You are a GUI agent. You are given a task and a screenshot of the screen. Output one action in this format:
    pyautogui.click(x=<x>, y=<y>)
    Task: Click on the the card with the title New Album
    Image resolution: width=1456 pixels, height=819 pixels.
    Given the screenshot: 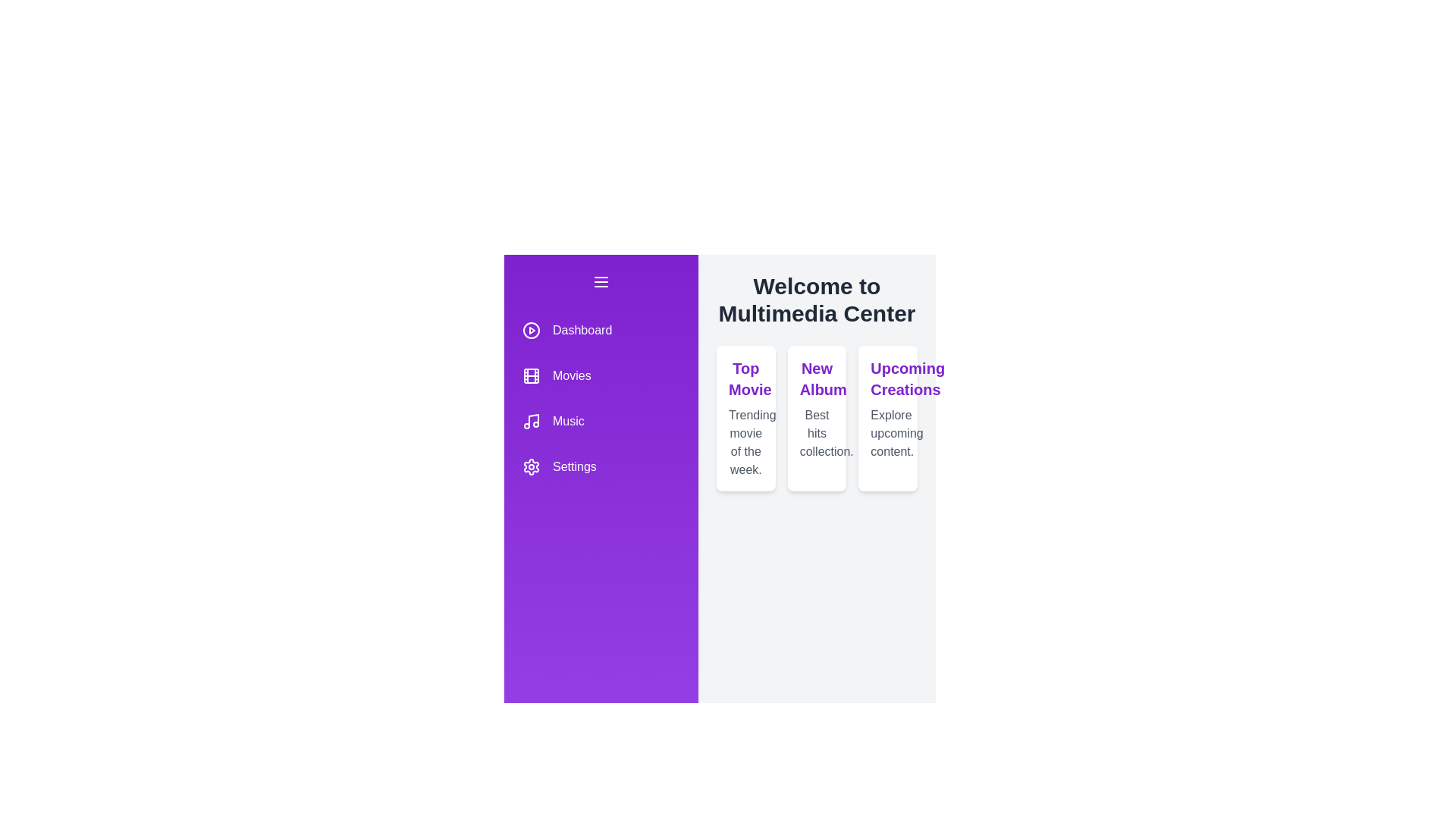 What is the action you would take?
    pyautogui.click(x=816, y=418)
    